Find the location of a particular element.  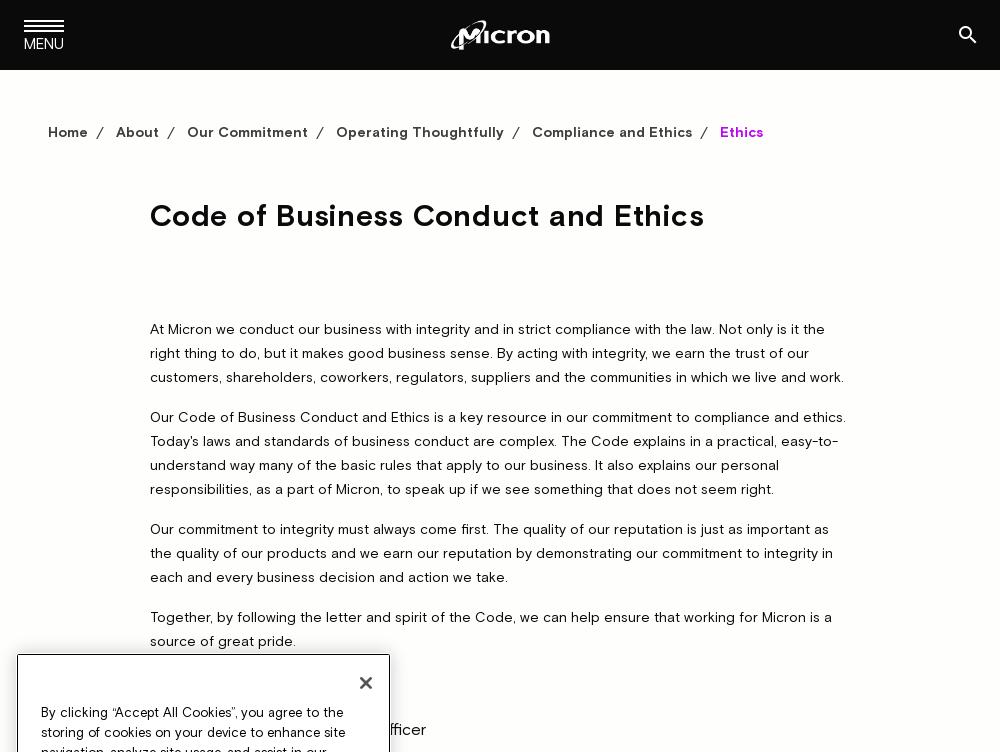

'Together, by following the letter and spirit of the Code, we can help ensure that working for Micron is a source of great pride.' is located at coordinates (490, 627).